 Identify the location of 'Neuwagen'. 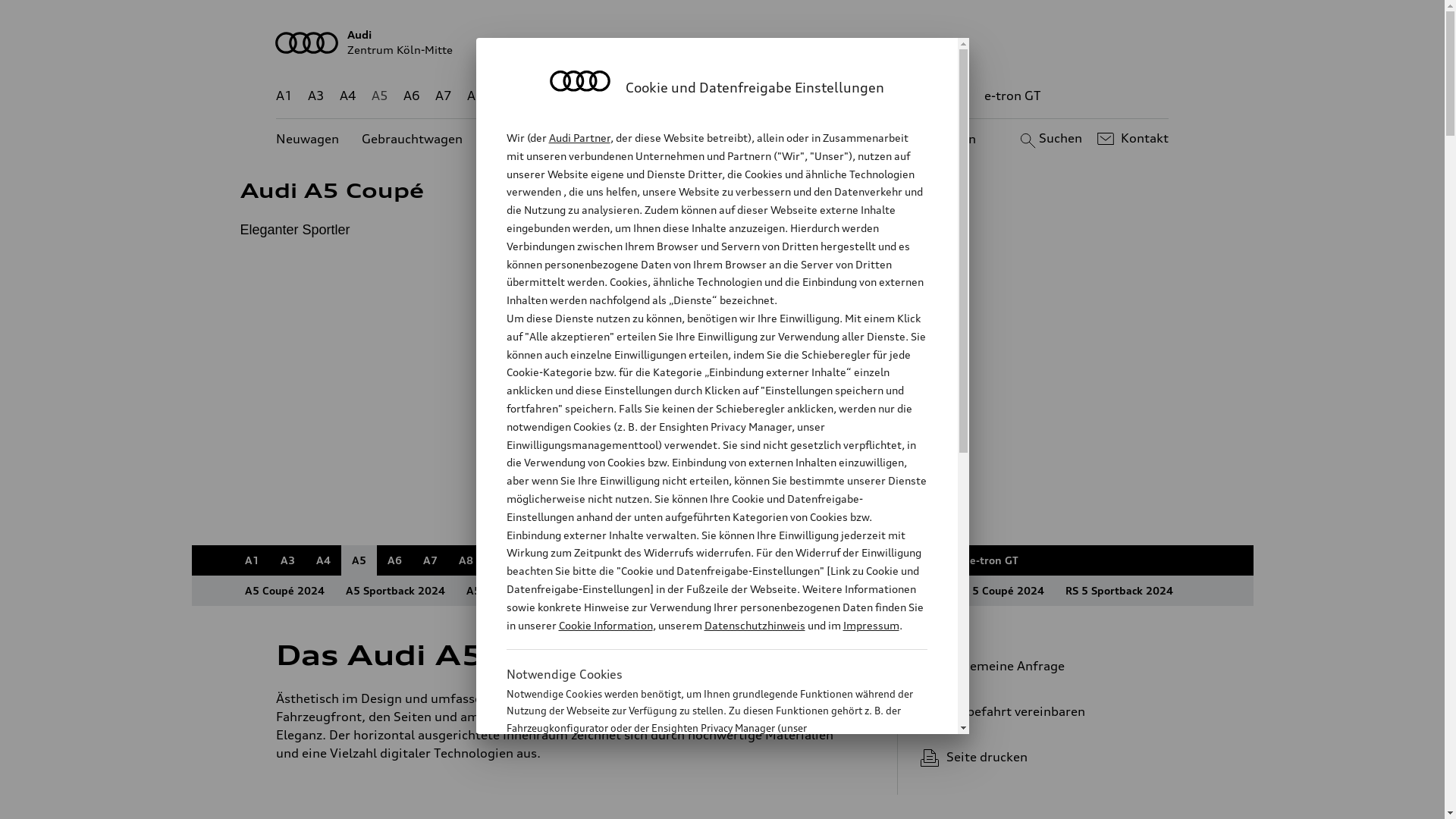
(276, 139).